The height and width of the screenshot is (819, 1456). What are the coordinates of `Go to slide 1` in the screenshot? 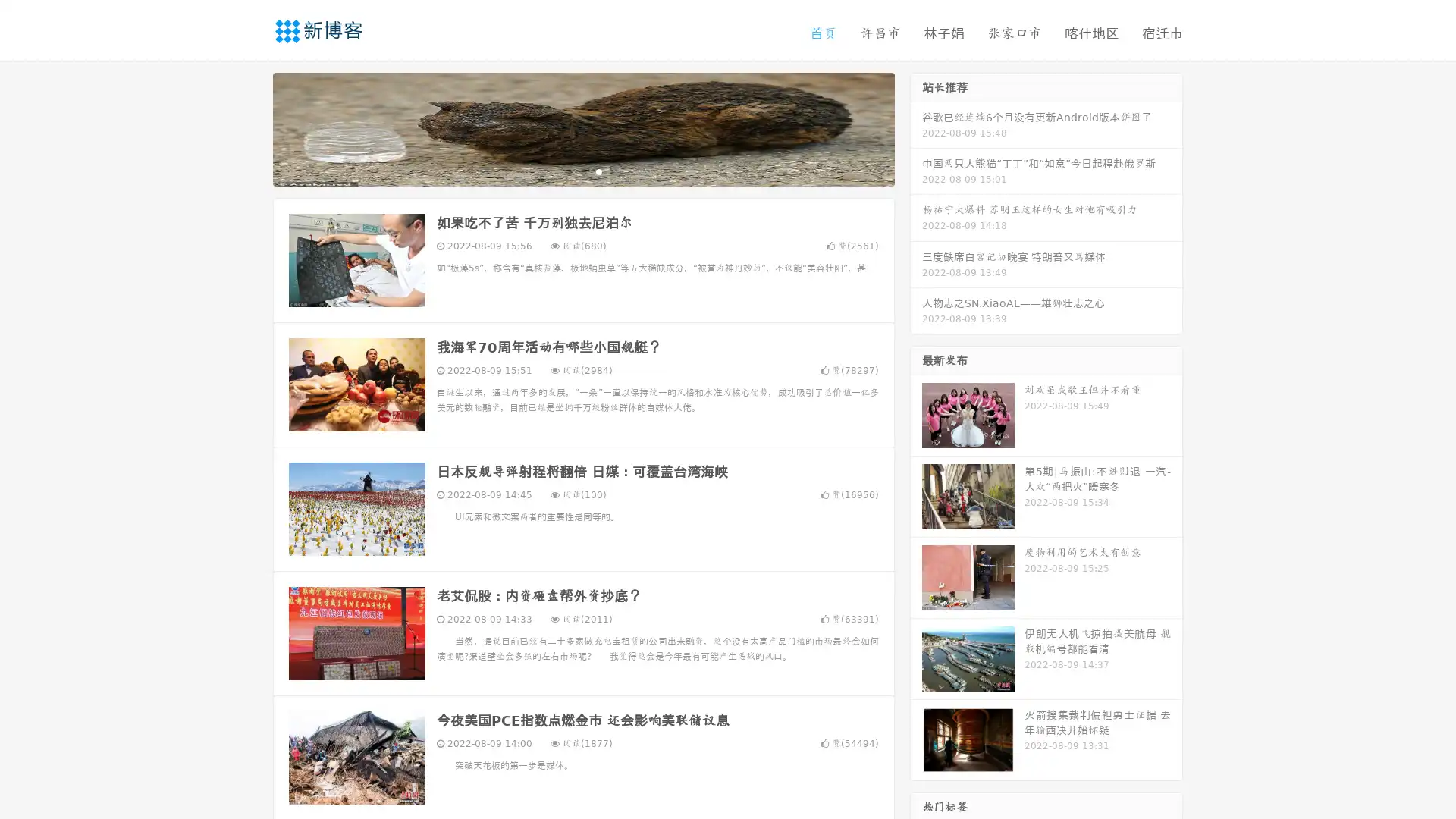 It's located at (567, 171).